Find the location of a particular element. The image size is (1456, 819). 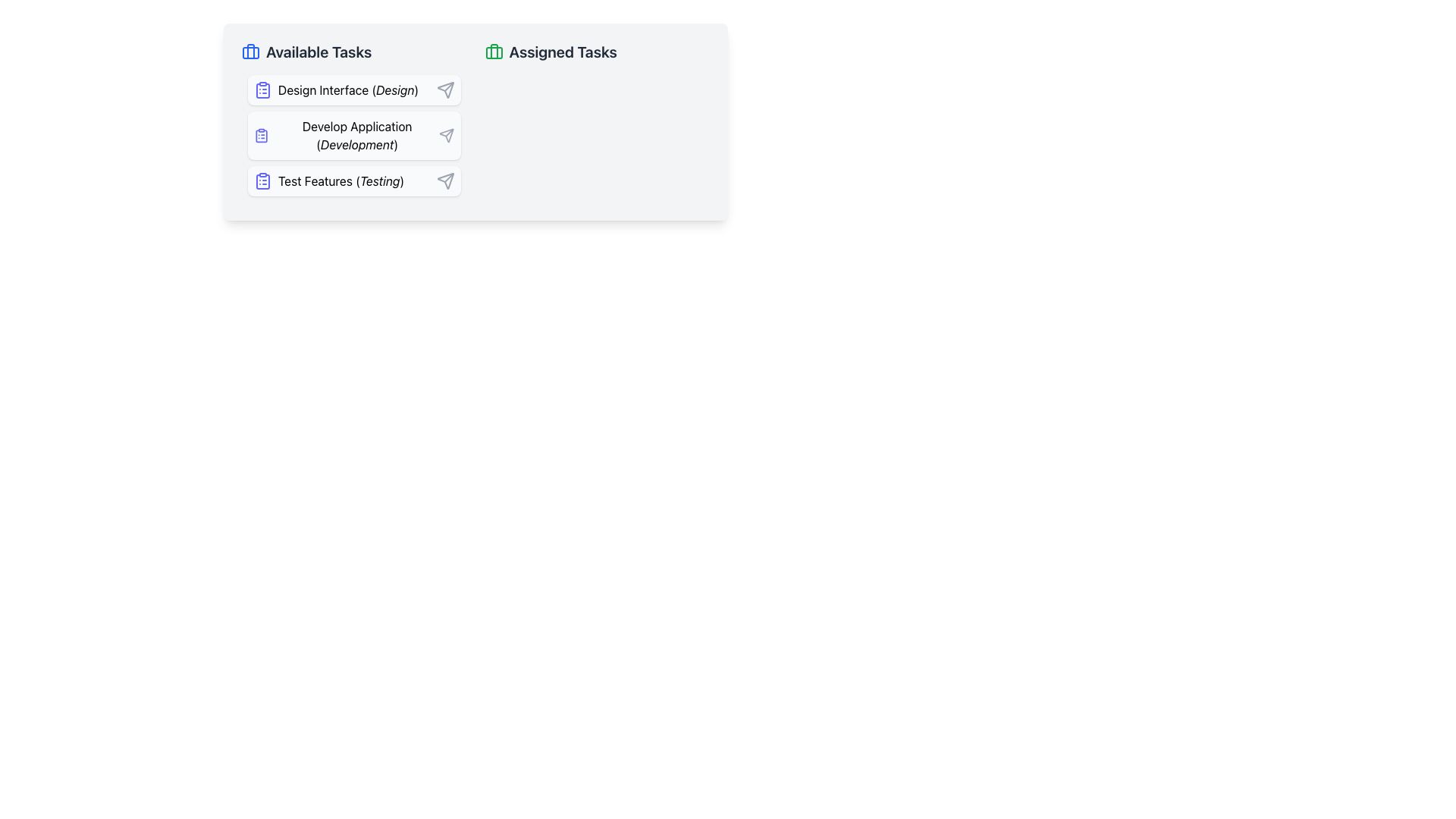

the intricate triangular-shaped icon associated with the 'Test Features (Testing)' task is located at coordinates (444, 180).